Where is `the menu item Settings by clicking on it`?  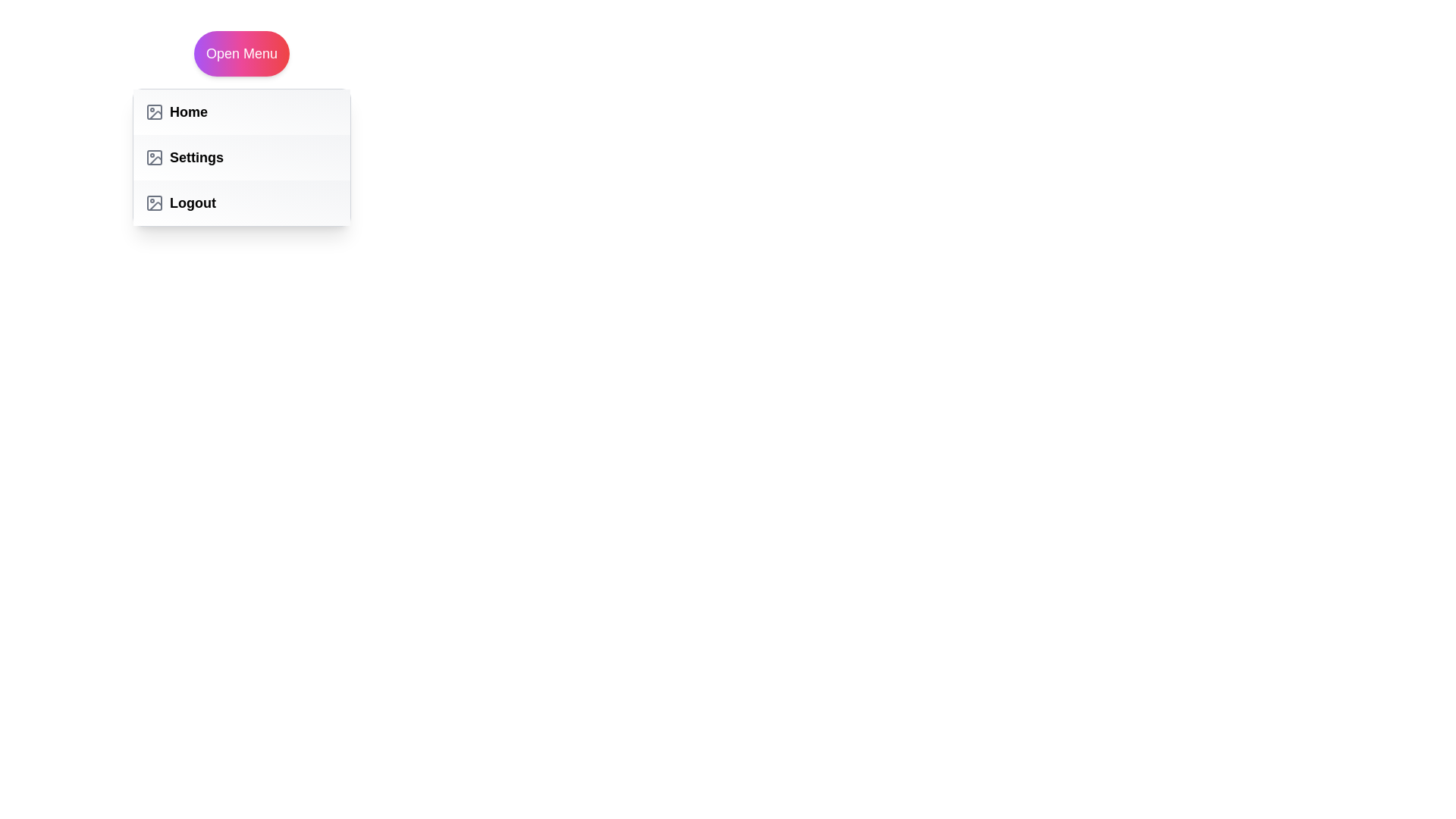 the menu item Settings by clicking on it is located at coordinates (240, 158).